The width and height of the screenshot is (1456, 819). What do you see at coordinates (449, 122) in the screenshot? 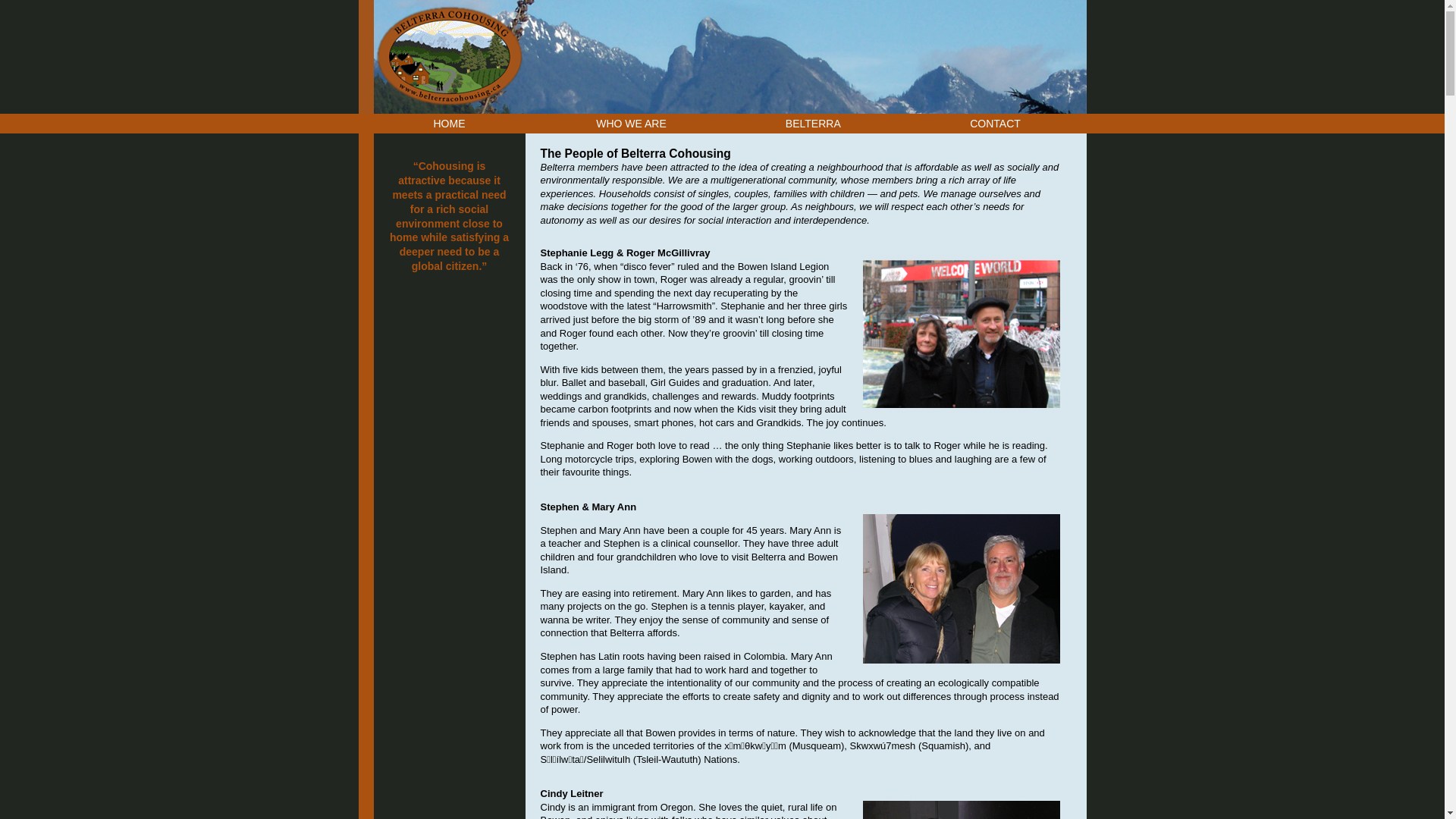
I see `'HOME'` at bounding box center [449, 122].